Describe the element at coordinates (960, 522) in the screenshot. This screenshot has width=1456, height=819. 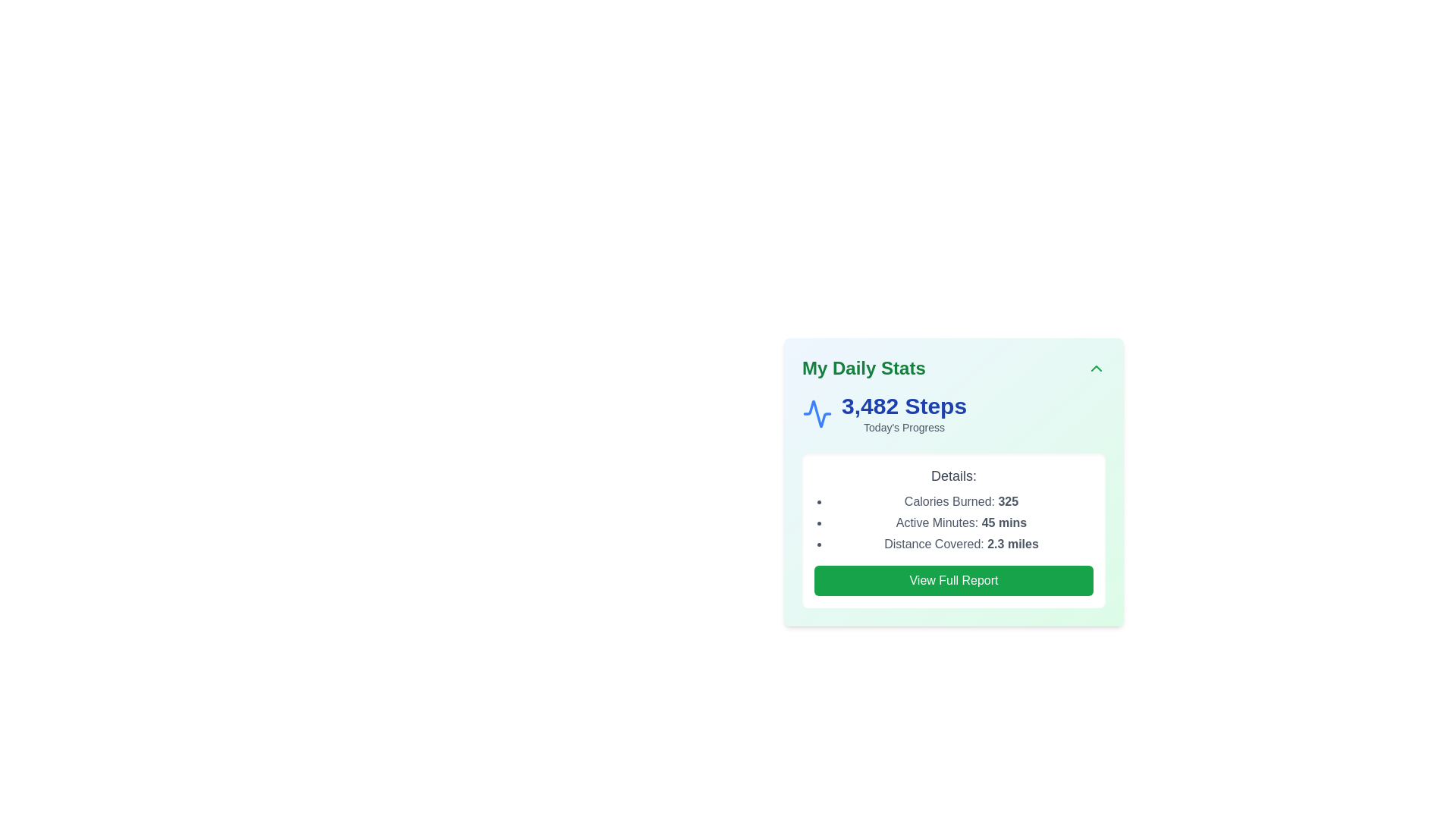
I see `the 'Active Minutes: 45 mins' text label, which is the second item in a bulleted list under 'Calories Burned: 325' and above 'Distance Covered: 2.3 miles', located in the center-right side of the 'My Daily Stats' card` at that location.